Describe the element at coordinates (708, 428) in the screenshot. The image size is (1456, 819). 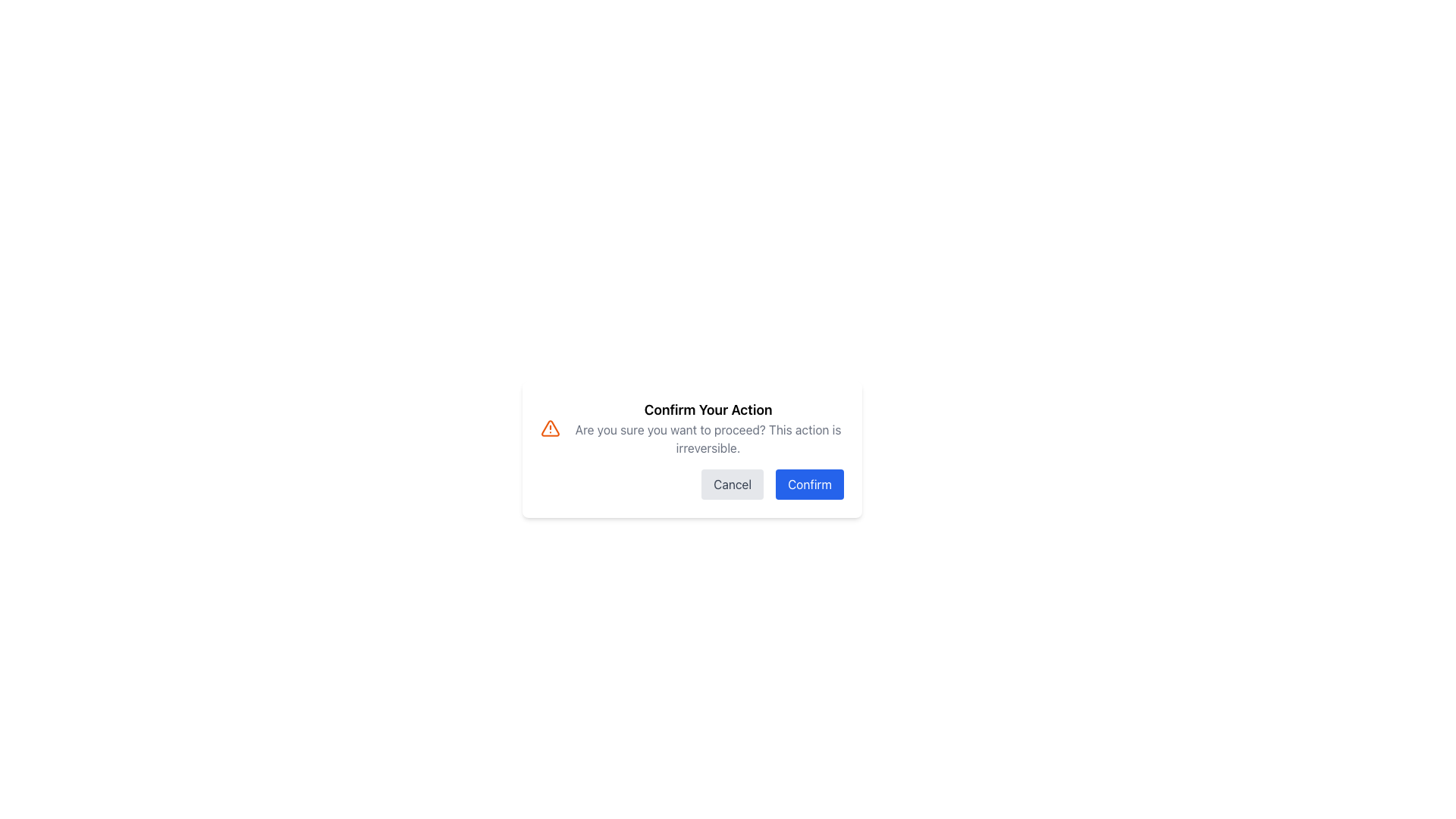
I see `text from the dialog box that contains the header 'Confirm Your Action' and the message 'Are you sure you want to proceed? This action is irreversible.'` at that location.